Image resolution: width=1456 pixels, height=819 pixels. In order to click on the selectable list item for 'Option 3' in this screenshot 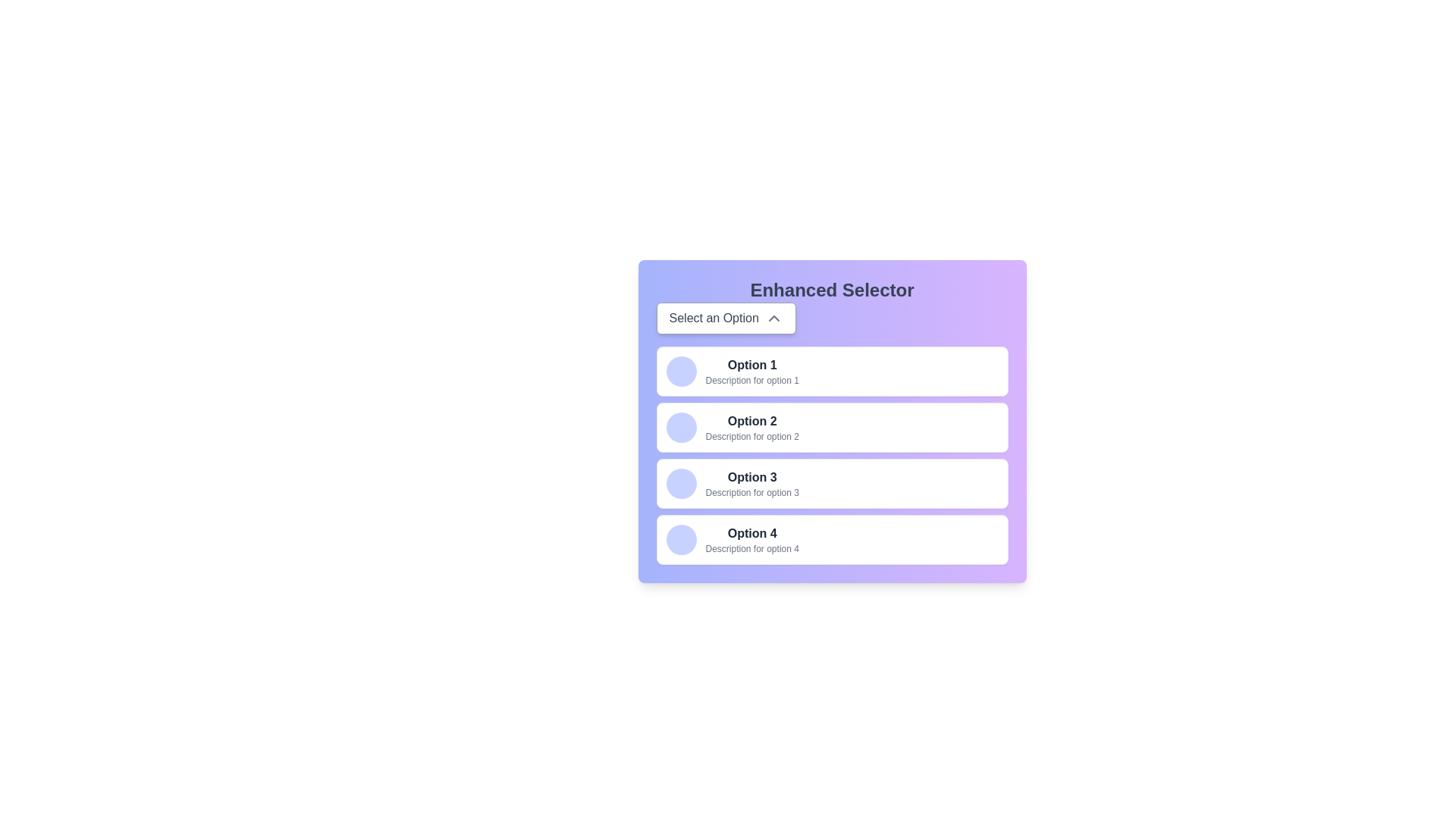, I will do `click(831, 483)`.